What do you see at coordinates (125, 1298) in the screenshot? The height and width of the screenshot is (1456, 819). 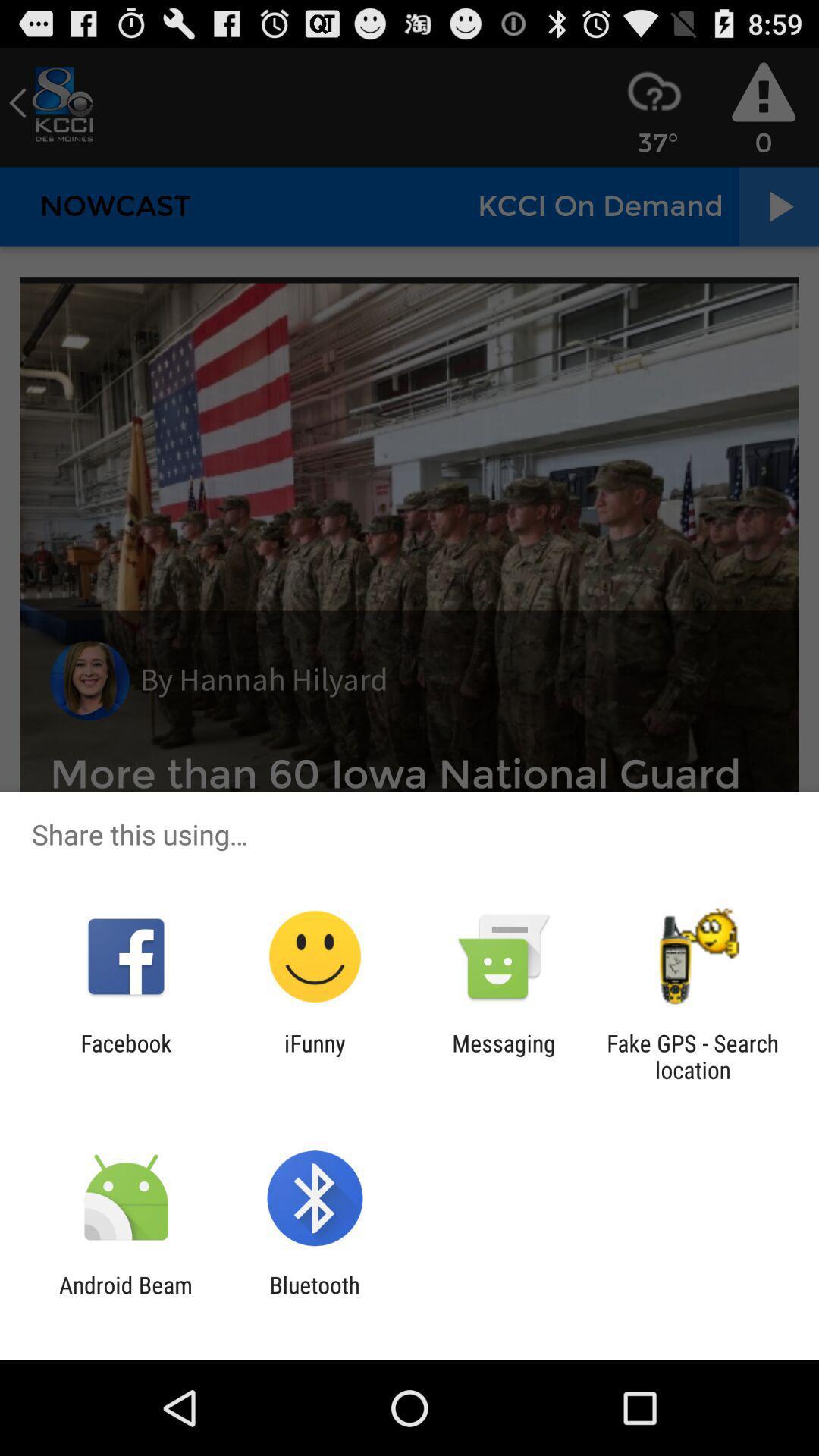 I see `item to the left of the bluetooth icon` at bounding box center [125, 1298].